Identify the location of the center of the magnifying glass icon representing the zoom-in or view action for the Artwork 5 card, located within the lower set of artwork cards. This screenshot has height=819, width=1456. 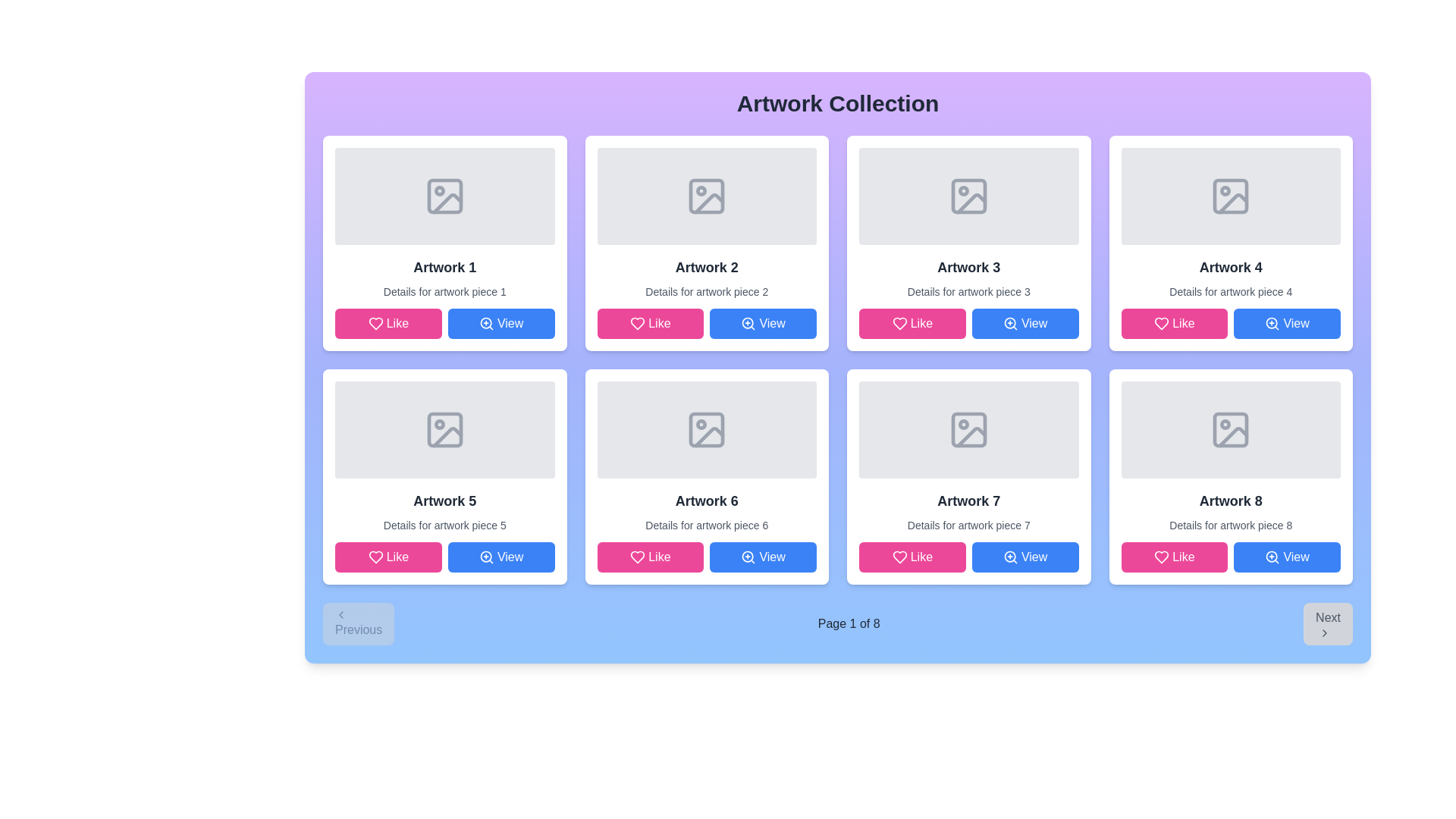
(486, 557).